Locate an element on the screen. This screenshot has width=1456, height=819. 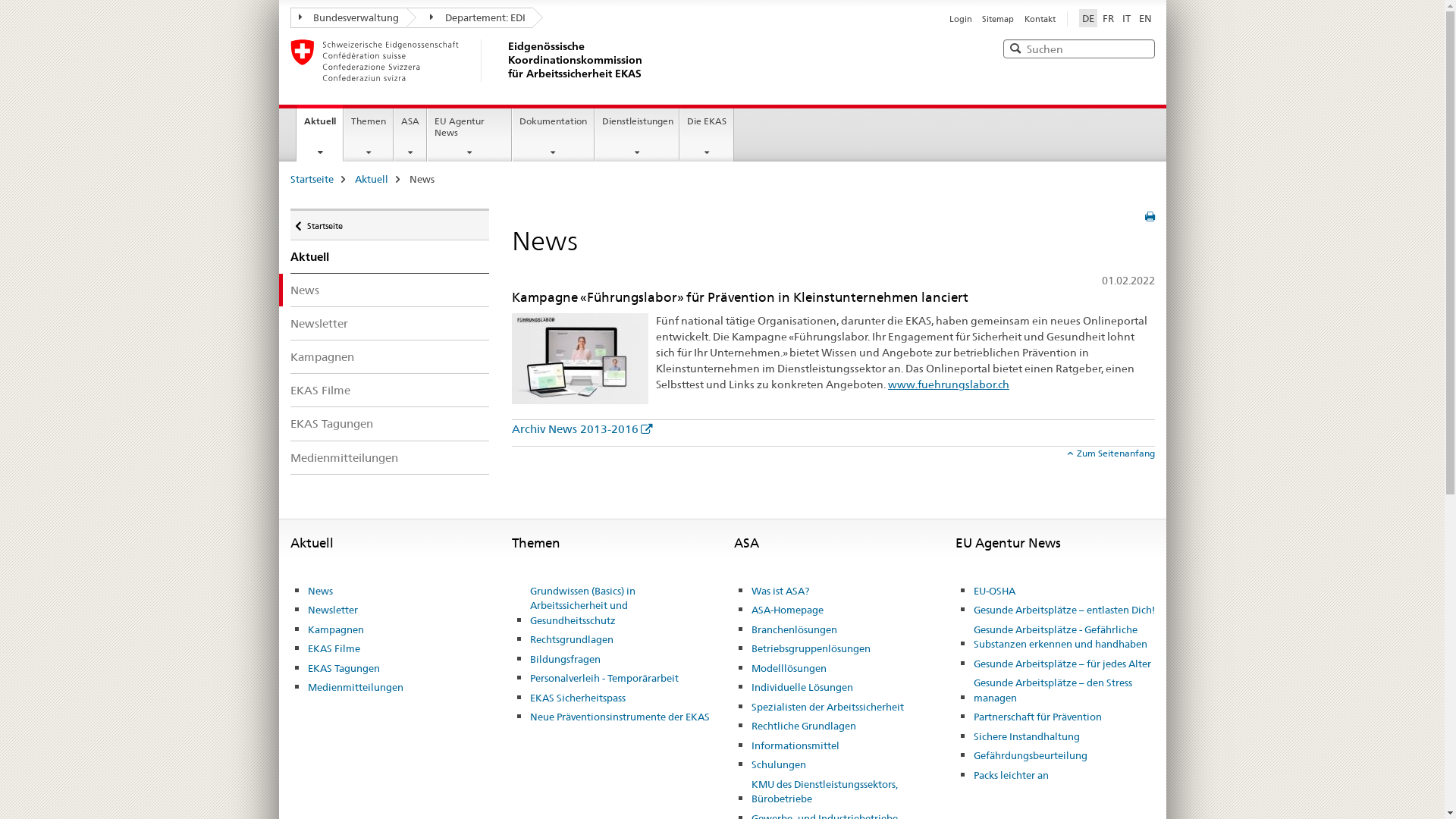
'Packs leichter an' is located at coordinates (1011, 775).